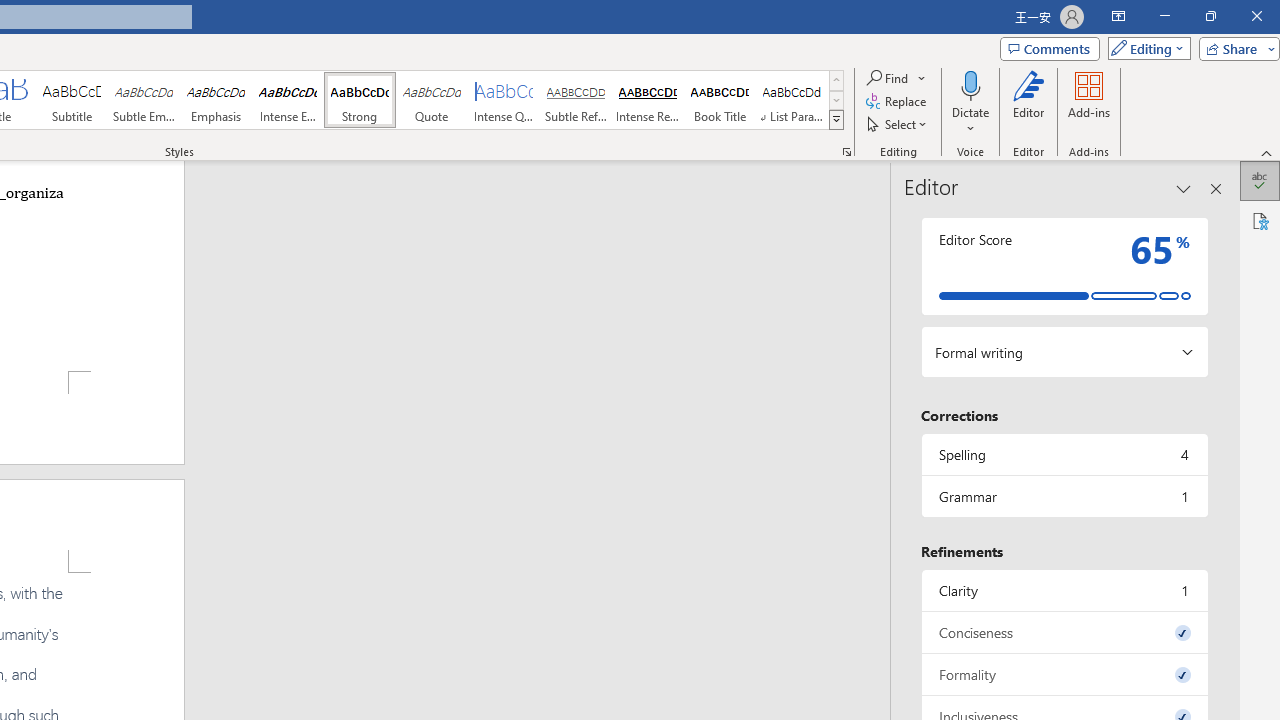 This screenshot has width=1280, height=720. I want to click on 'Conciseness, 0 issues. Press space or enter to review items.', so click(1063, 632).